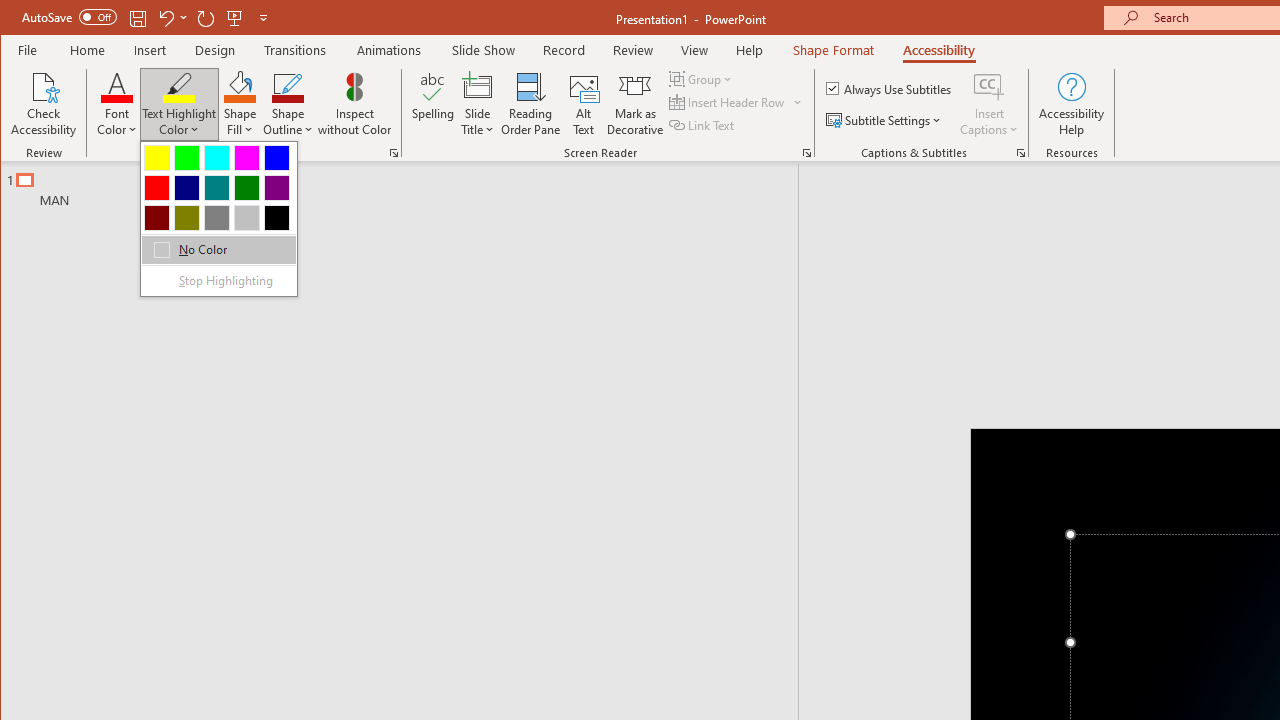  I want to click on 'Group', so click(702, 78).